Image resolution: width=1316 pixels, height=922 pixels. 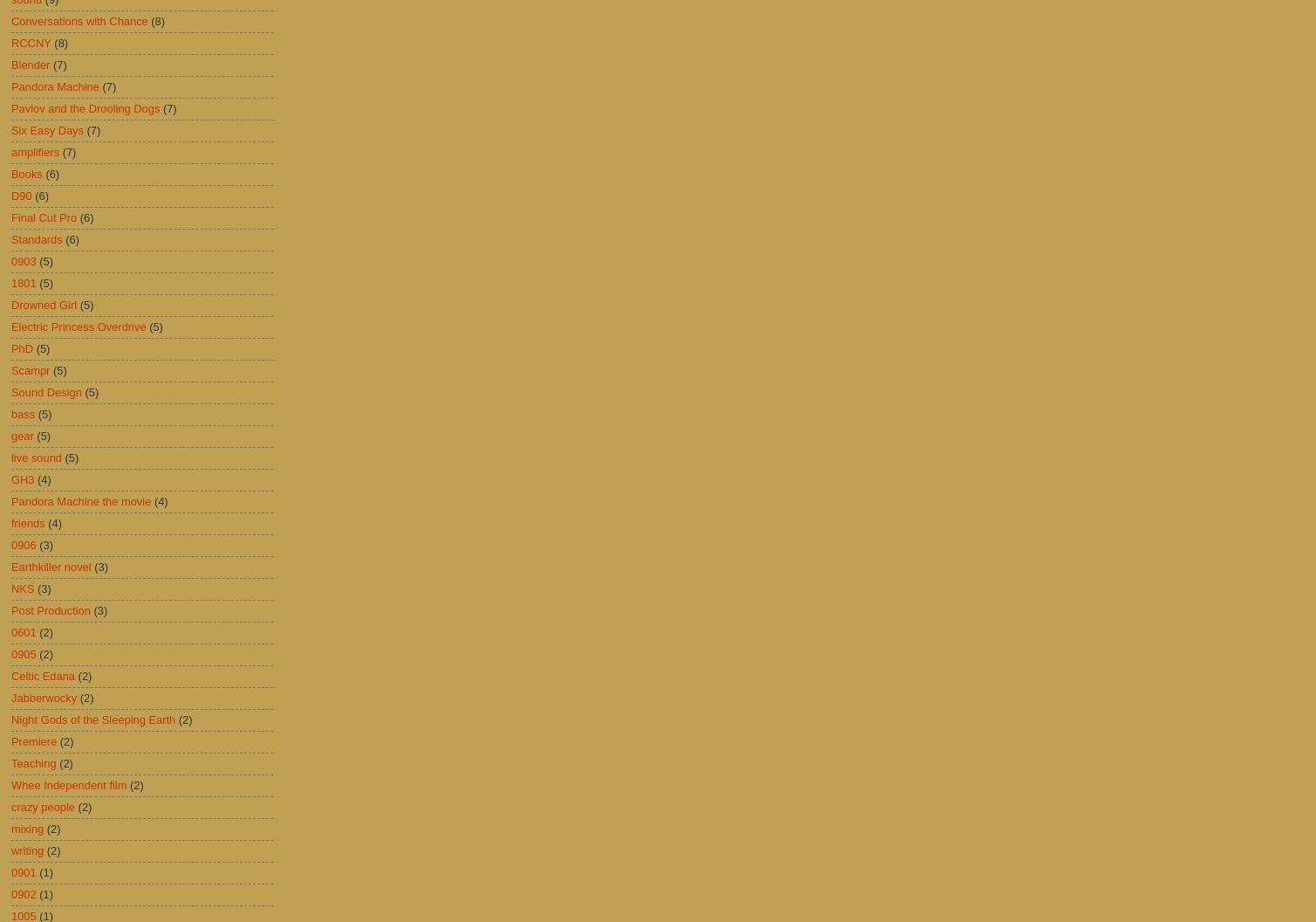 I want to click on '0905', so click(x=10, y=653).